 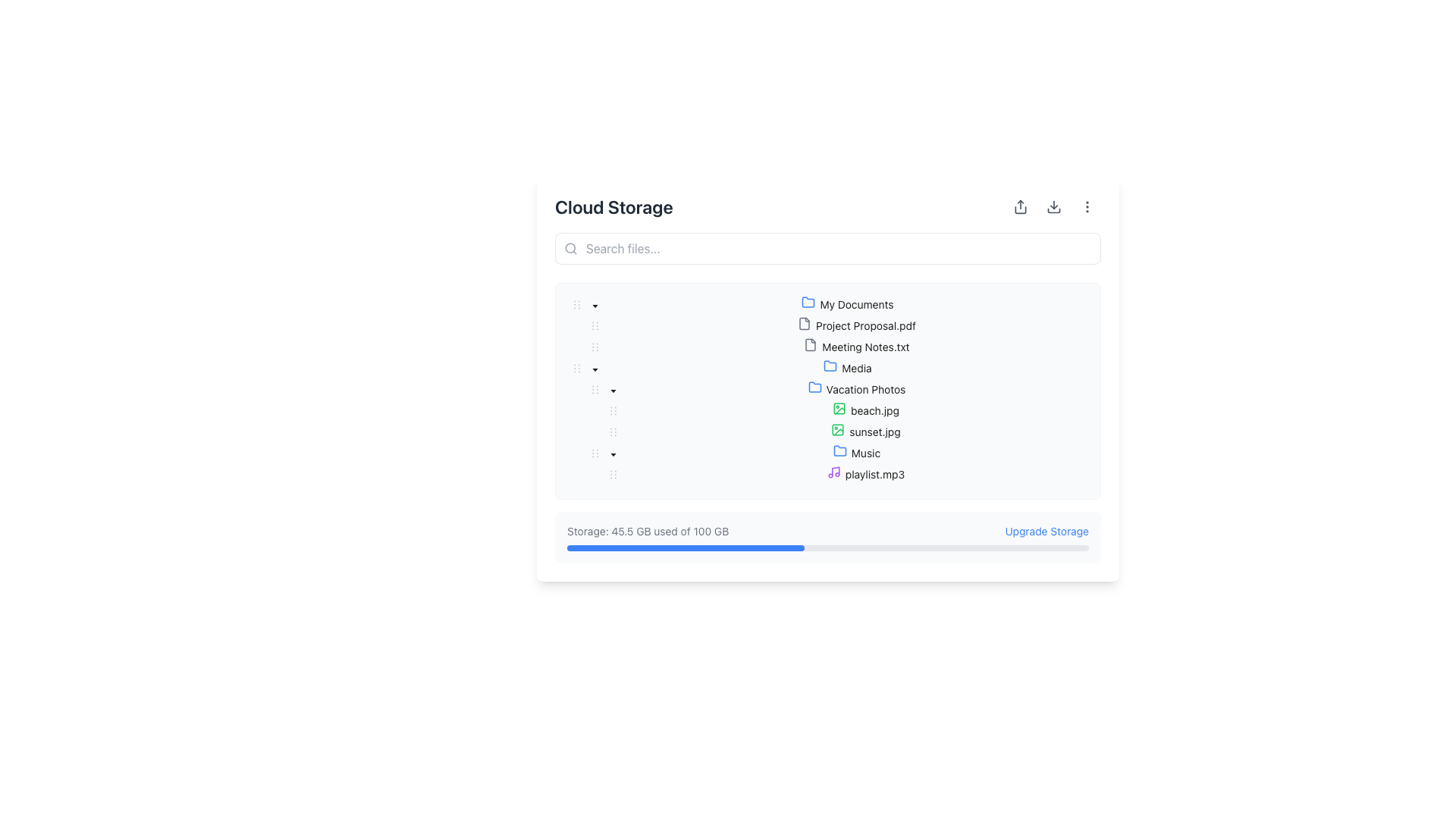 What do you see at coordinates (866, 452) in the screenshot?
I see `the 'Music' text label` at bounding box center [866, 452].